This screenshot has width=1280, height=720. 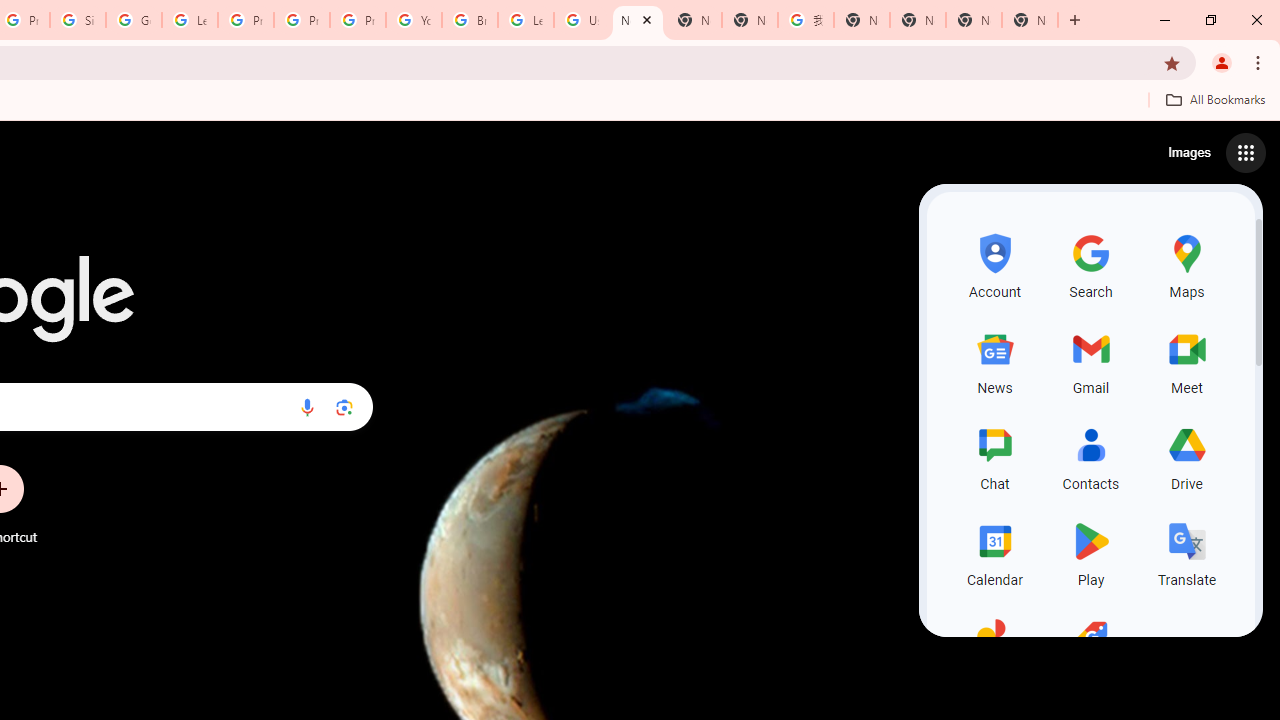 What do you see at coordinates (995, 262) in the screenshot?
I see `'Account, row 1 of 5 and column 1 of 3 in the first section'` at bounding box center [995, 262].